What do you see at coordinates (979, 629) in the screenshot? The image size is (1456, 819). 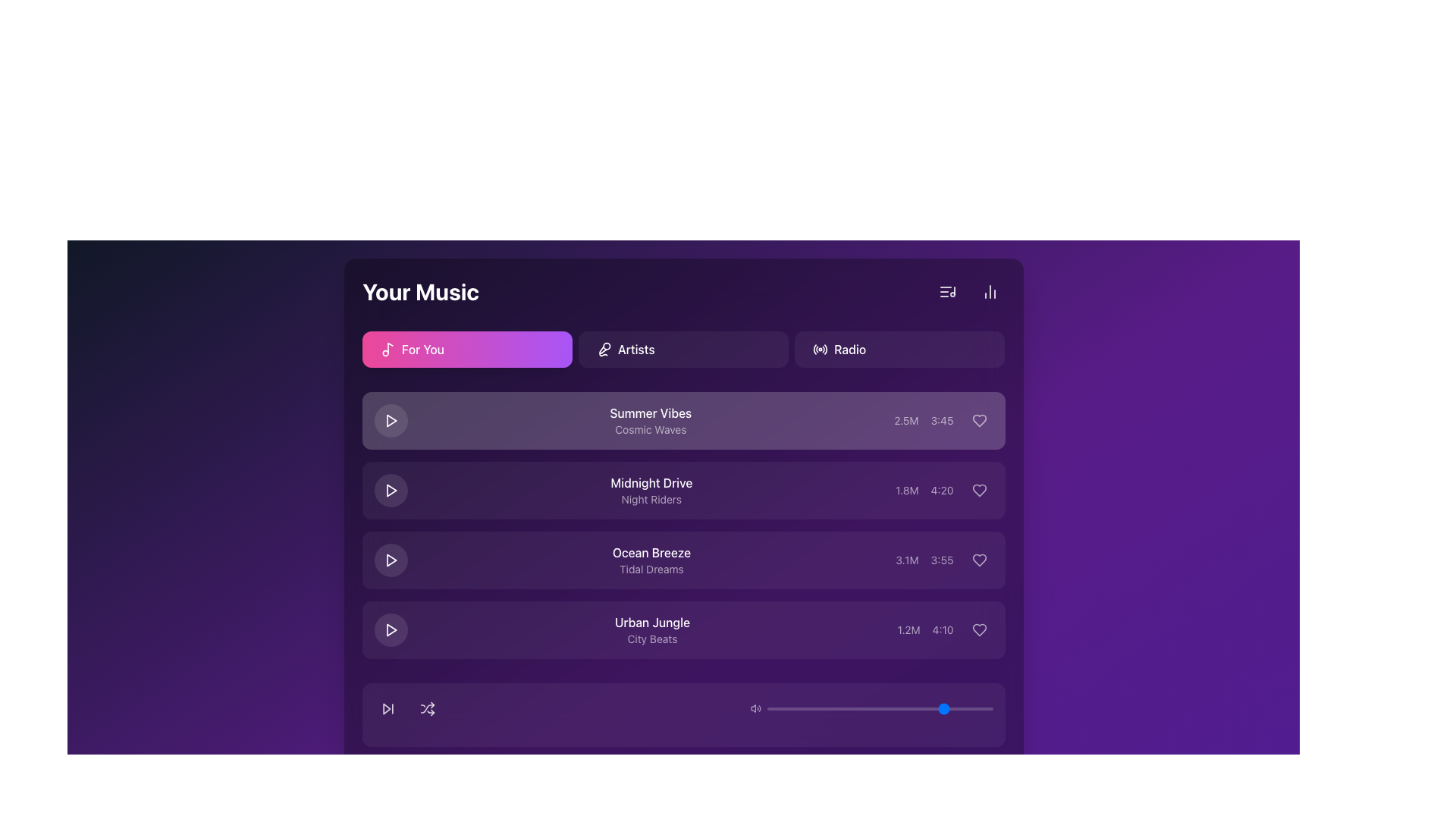 I see `the heart-shaped button outlined in white with a semi-transparent hover effect, located to the far right of the data entries '1.2M' and '4:10' related to the song 'Urban Jungle'` at bounding box center [979, 629].